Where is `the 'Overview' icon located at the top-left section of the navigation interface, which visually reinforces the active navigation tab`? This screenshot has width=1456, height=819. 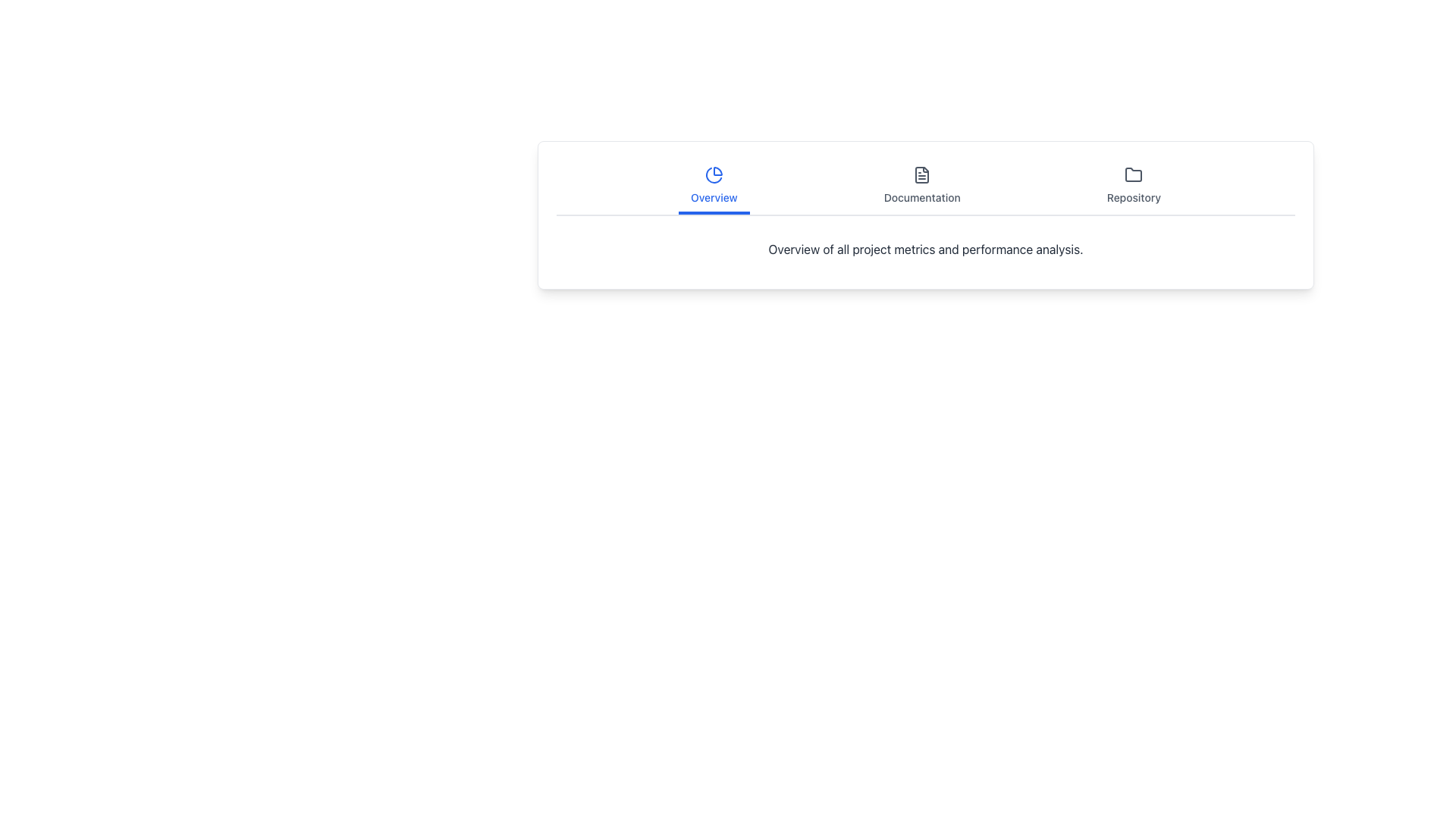
the 'Overview' icon located at the top-left section of the navigation interface, which visually reinforces the active navigation tab is located at coordinates (713, 174).